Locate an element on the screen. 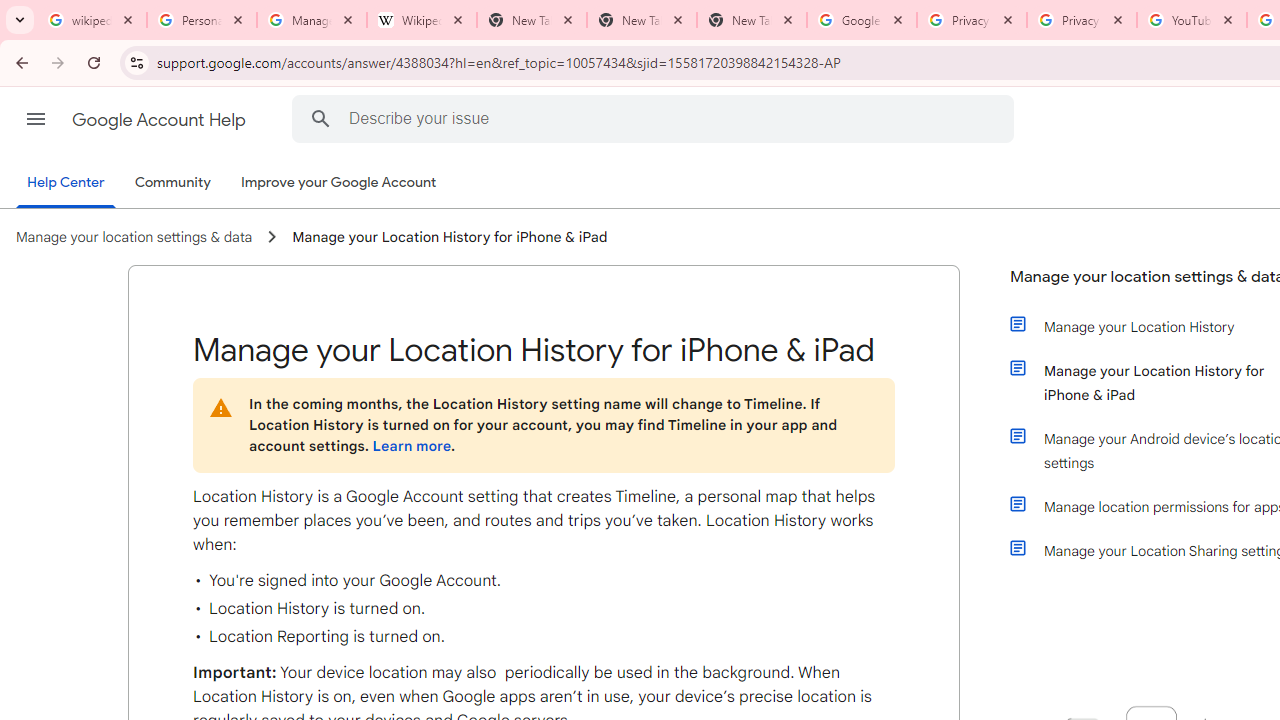 The height and width of the screenshot is (720, 1280). 'Improve your Google Account' is located at coordinates (339, 183).